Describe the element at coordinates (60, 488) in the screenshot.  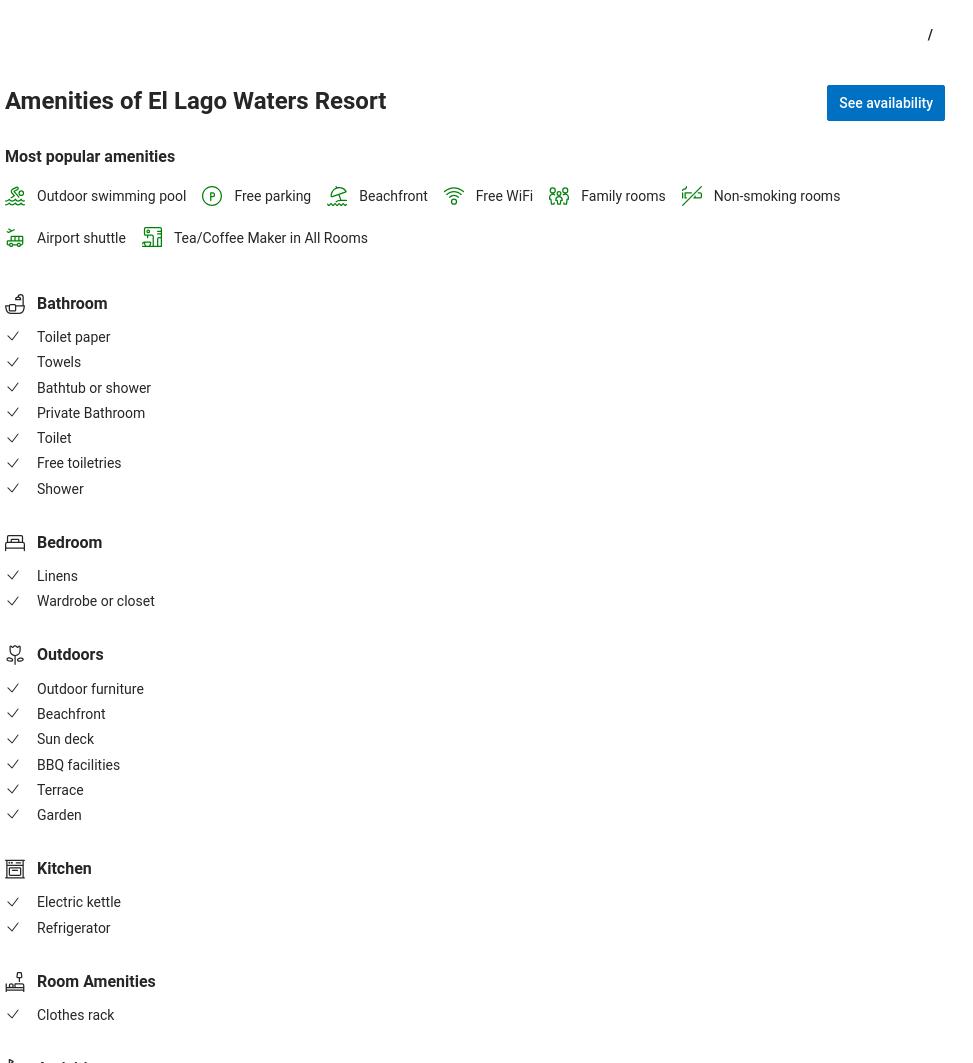
I see `'Shower'` at that location.